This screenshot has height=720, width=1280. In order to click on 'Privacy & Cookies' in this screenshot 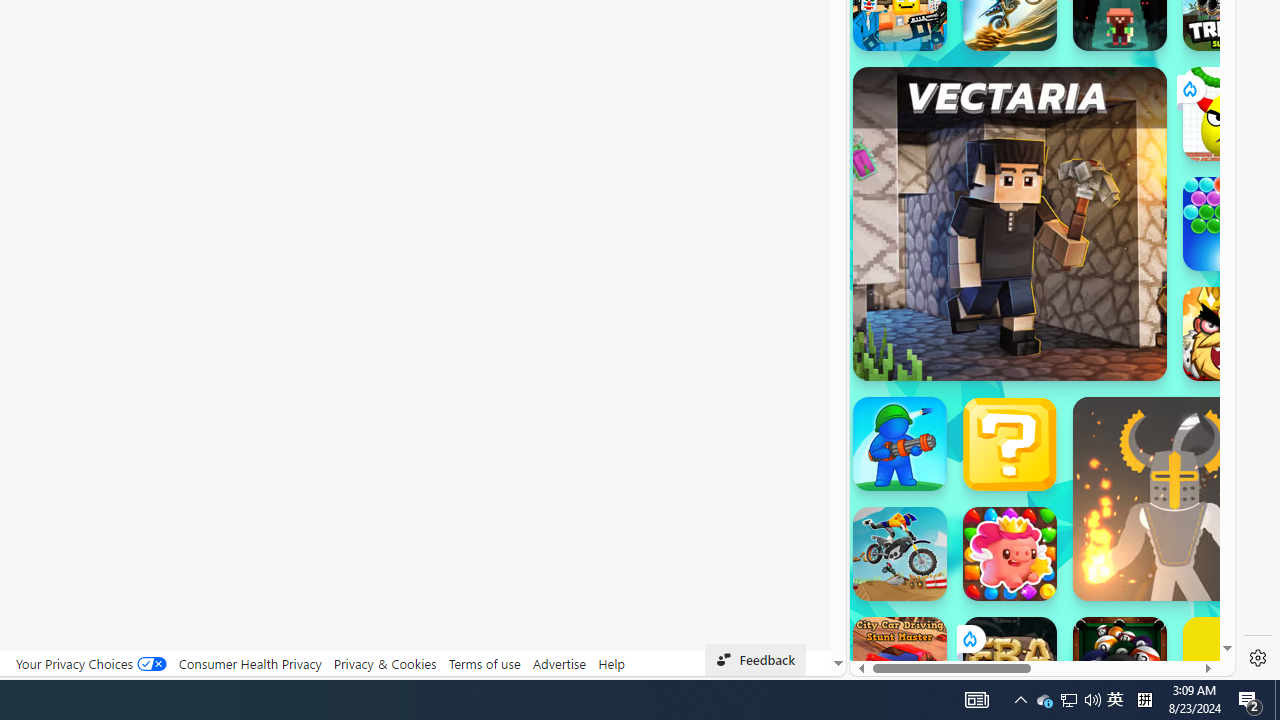, I will do `click(384, 663)`.